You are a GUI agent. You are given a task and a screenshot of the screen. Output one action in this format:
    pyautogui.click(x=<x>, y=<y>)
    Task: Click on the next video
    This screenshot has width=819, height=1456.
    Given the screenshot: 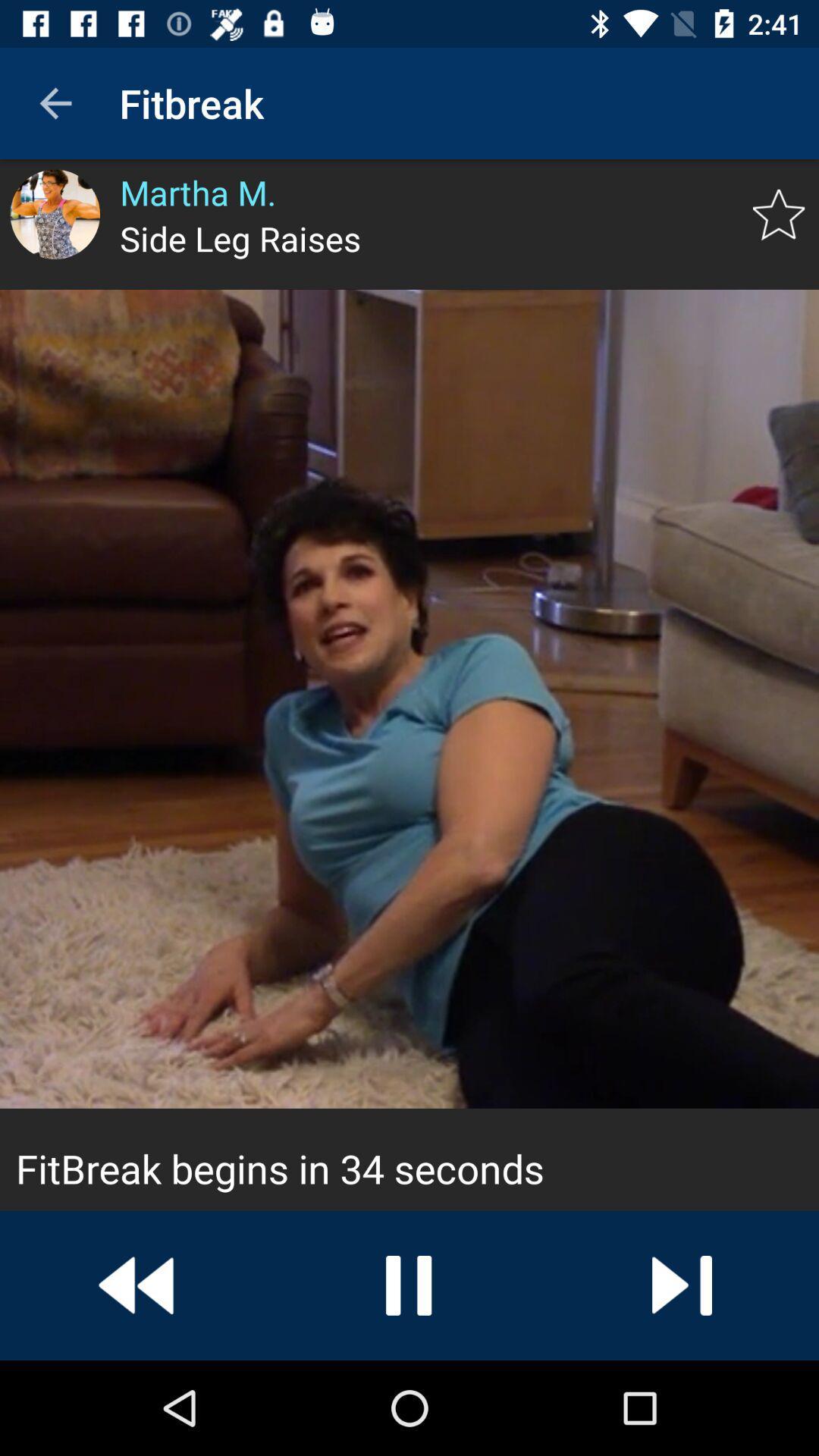 What is the action you would take?
    pyautogui.click(x=681, y=1285)
    